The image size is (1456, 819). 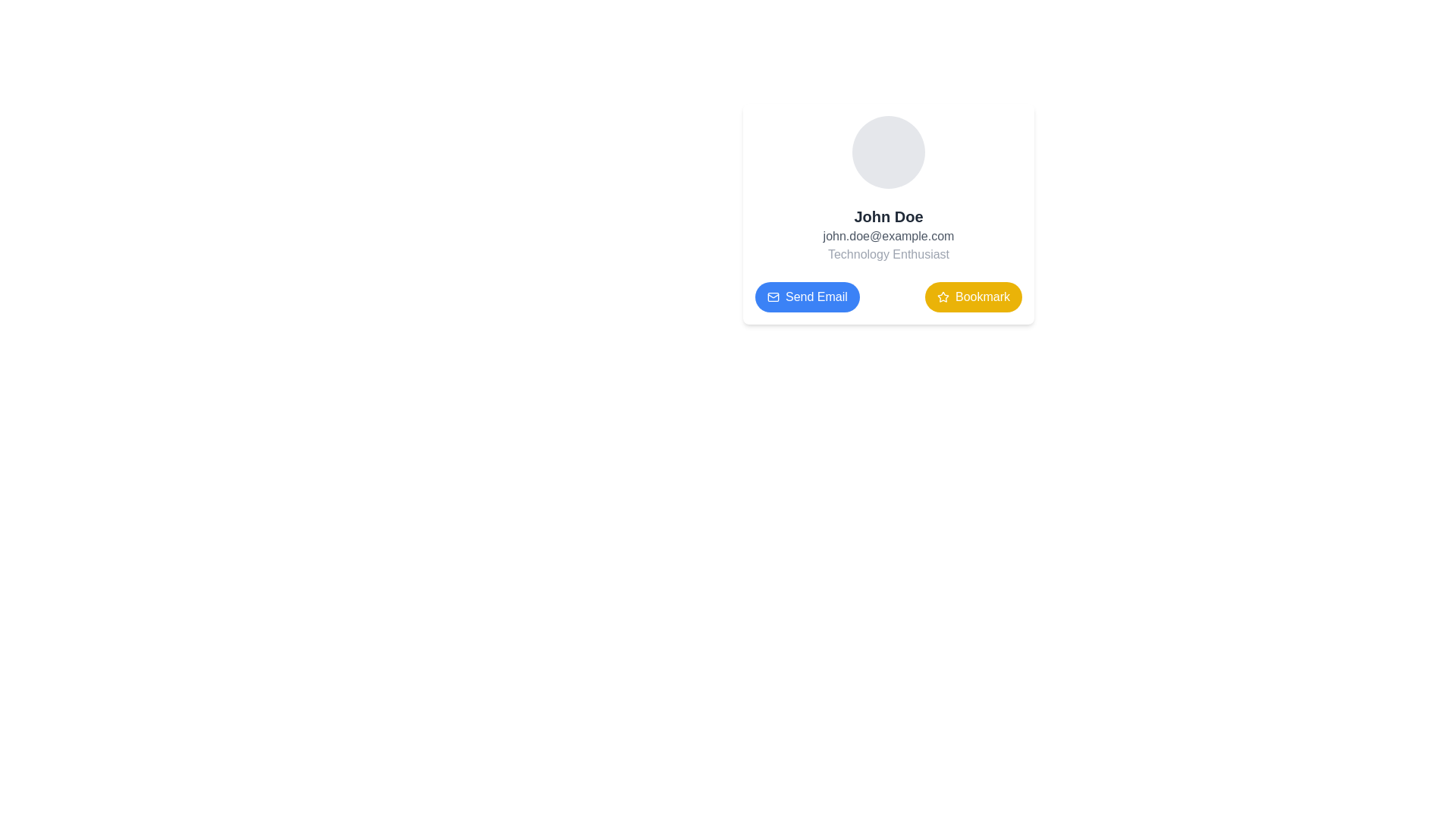 I want to click on the user name label located centrally beneath the circular avatar in the user profile layout, so click(x=888, y=216).